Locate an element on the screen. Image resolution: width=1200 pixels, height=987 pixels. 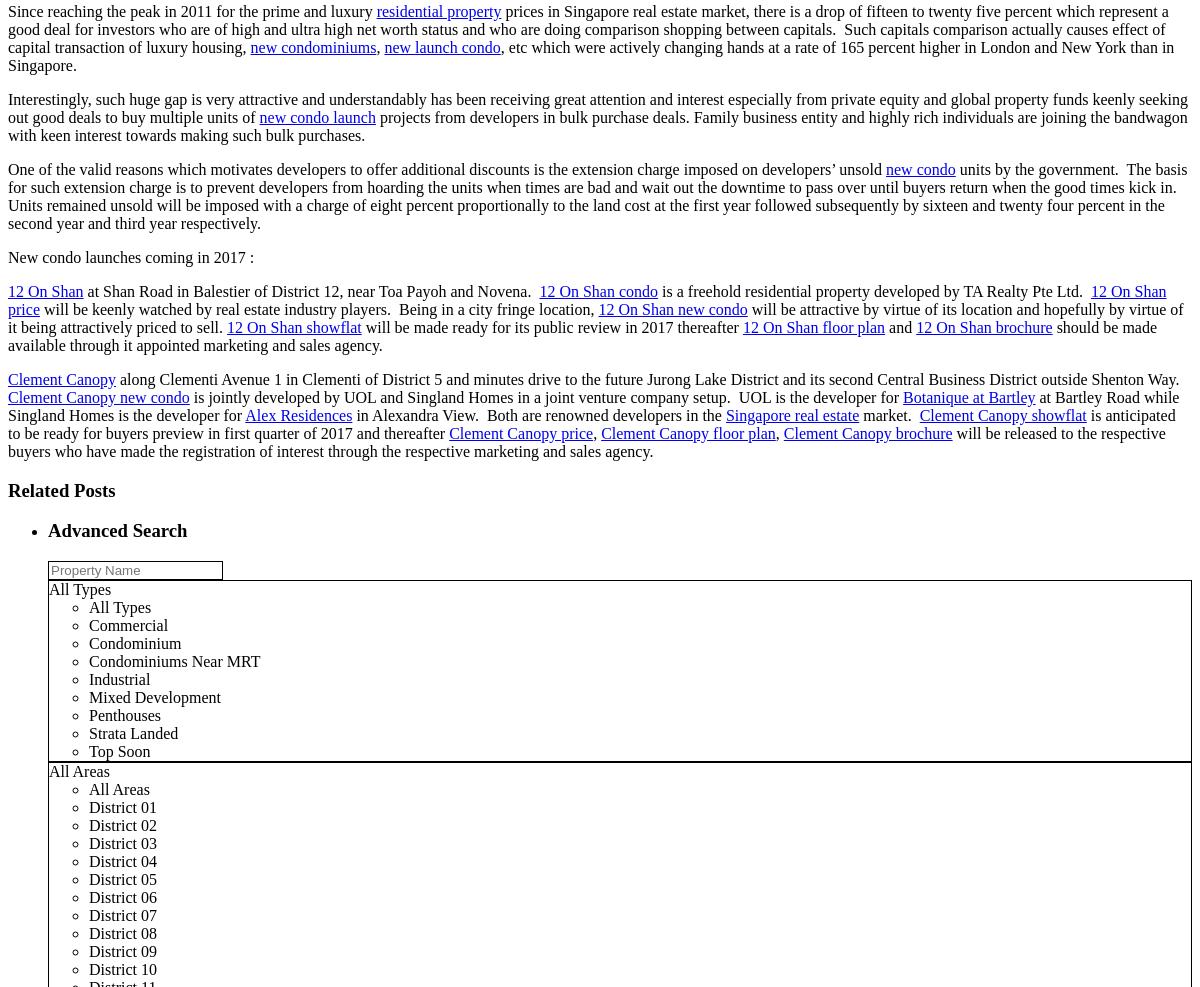
'District 01' is located at coordinates (122, 807).